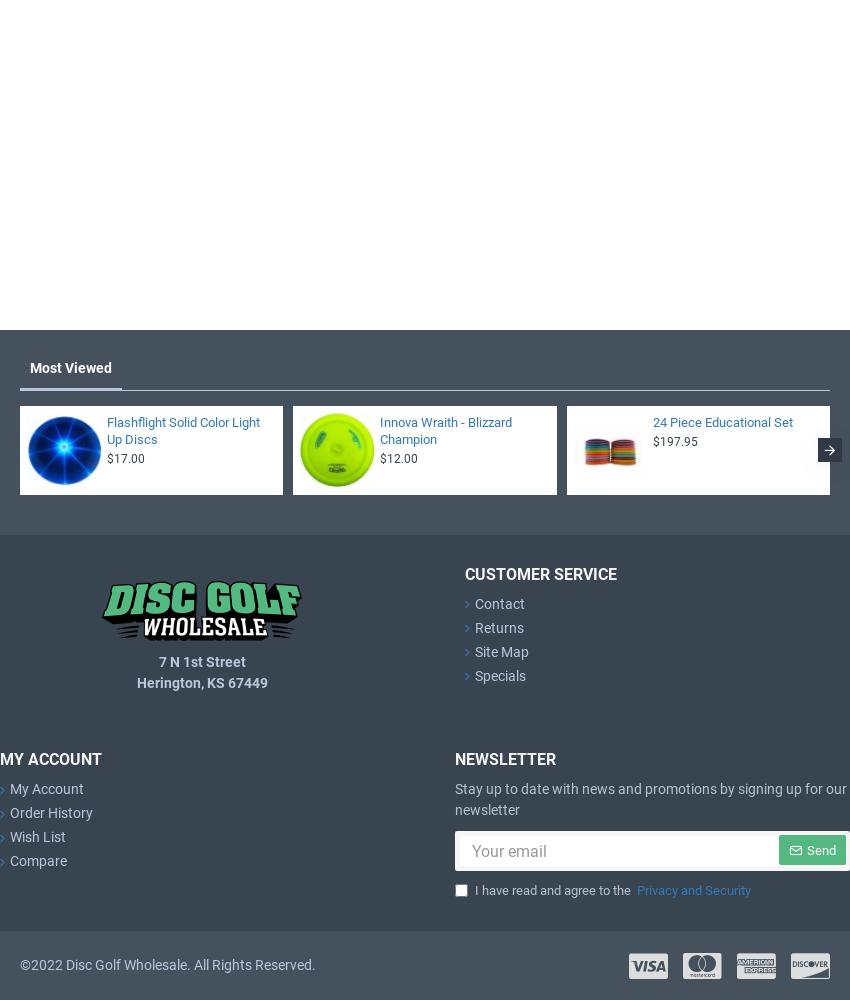 Image resolution: width=850 pixels, height=1000 pixels. I want to click on '24 Piece Educational Set', so click(652, 421).